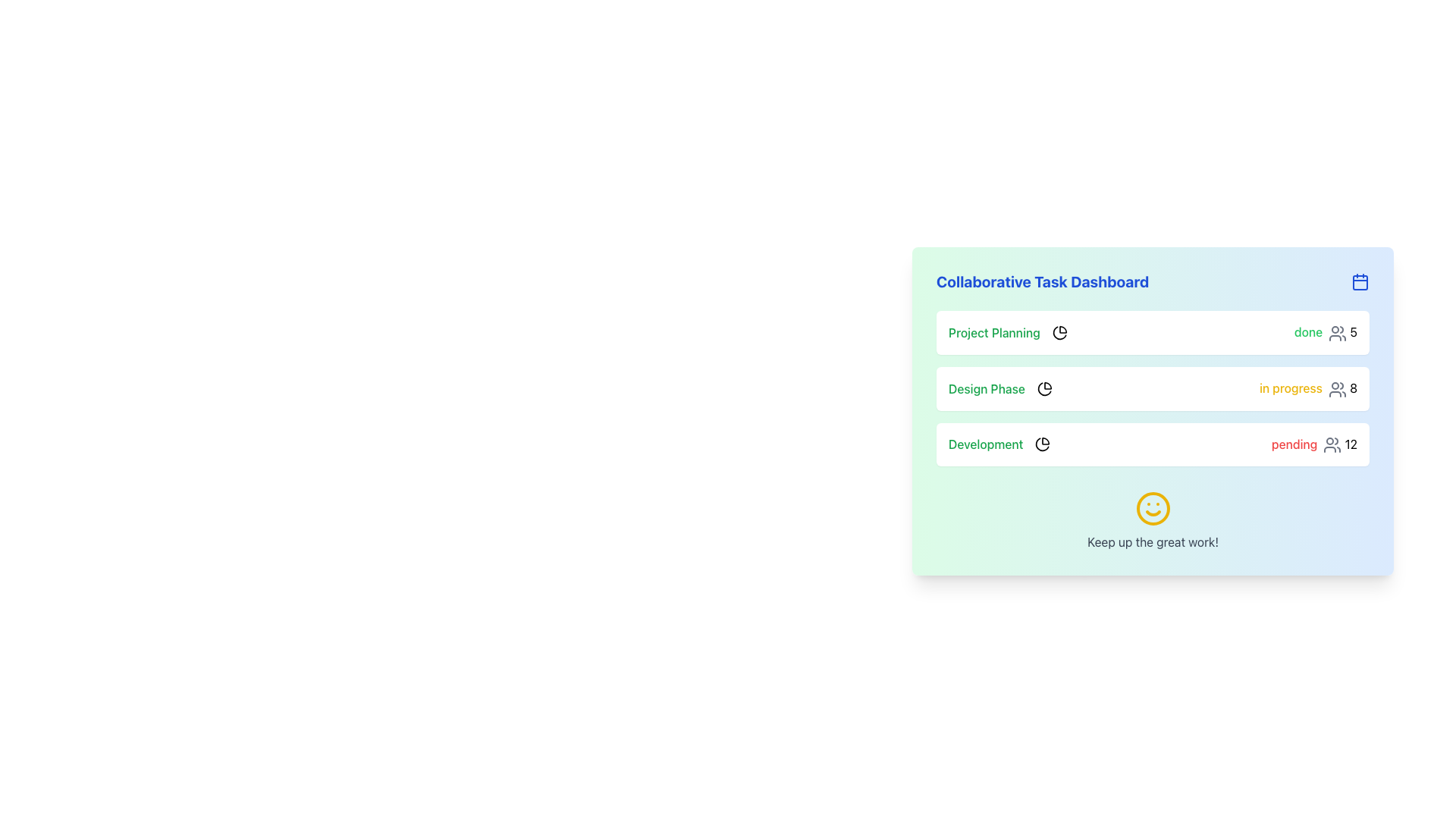  What do you see at coordinates (1043, 388) in the screenshot?
I see `the pie chart icon with a black stroke and rounded edges located next to the text 'Design Phase' in the second row of the Collaborative Task Dashboard` at bounding box center [1043, 388].